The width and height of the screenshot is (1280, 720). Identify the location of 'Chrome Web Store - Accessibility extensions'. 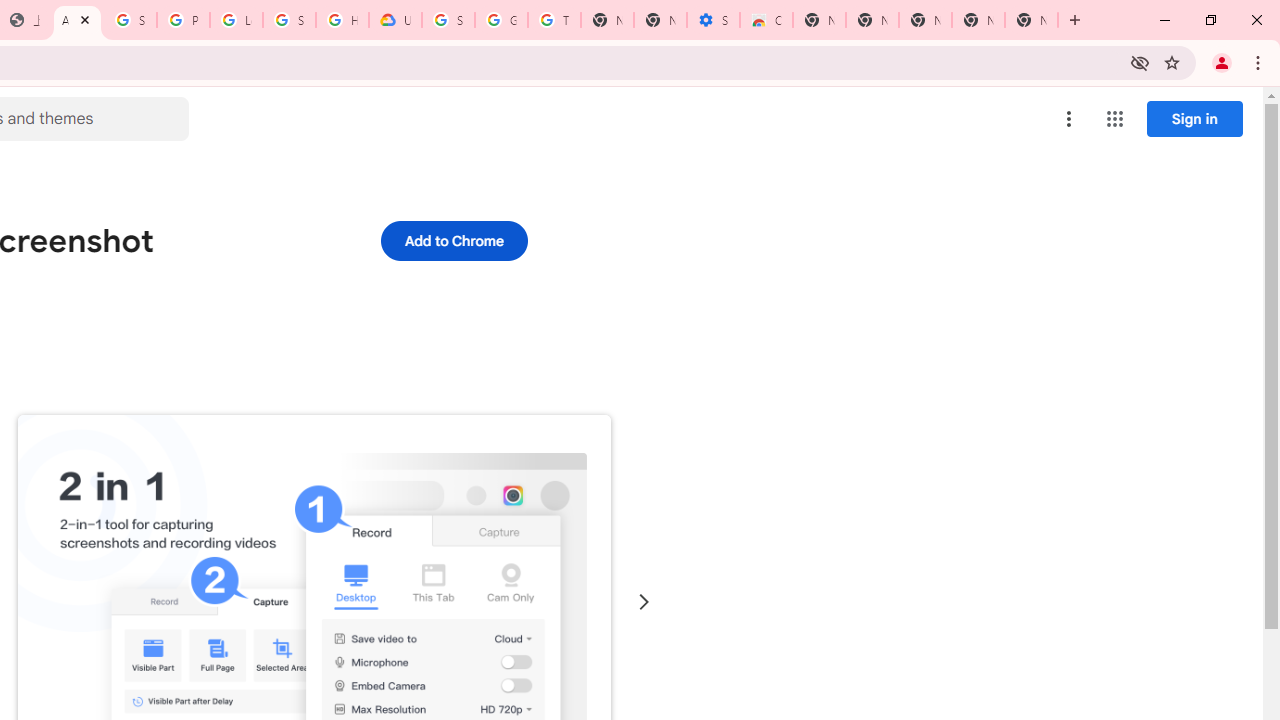
(765, 20).